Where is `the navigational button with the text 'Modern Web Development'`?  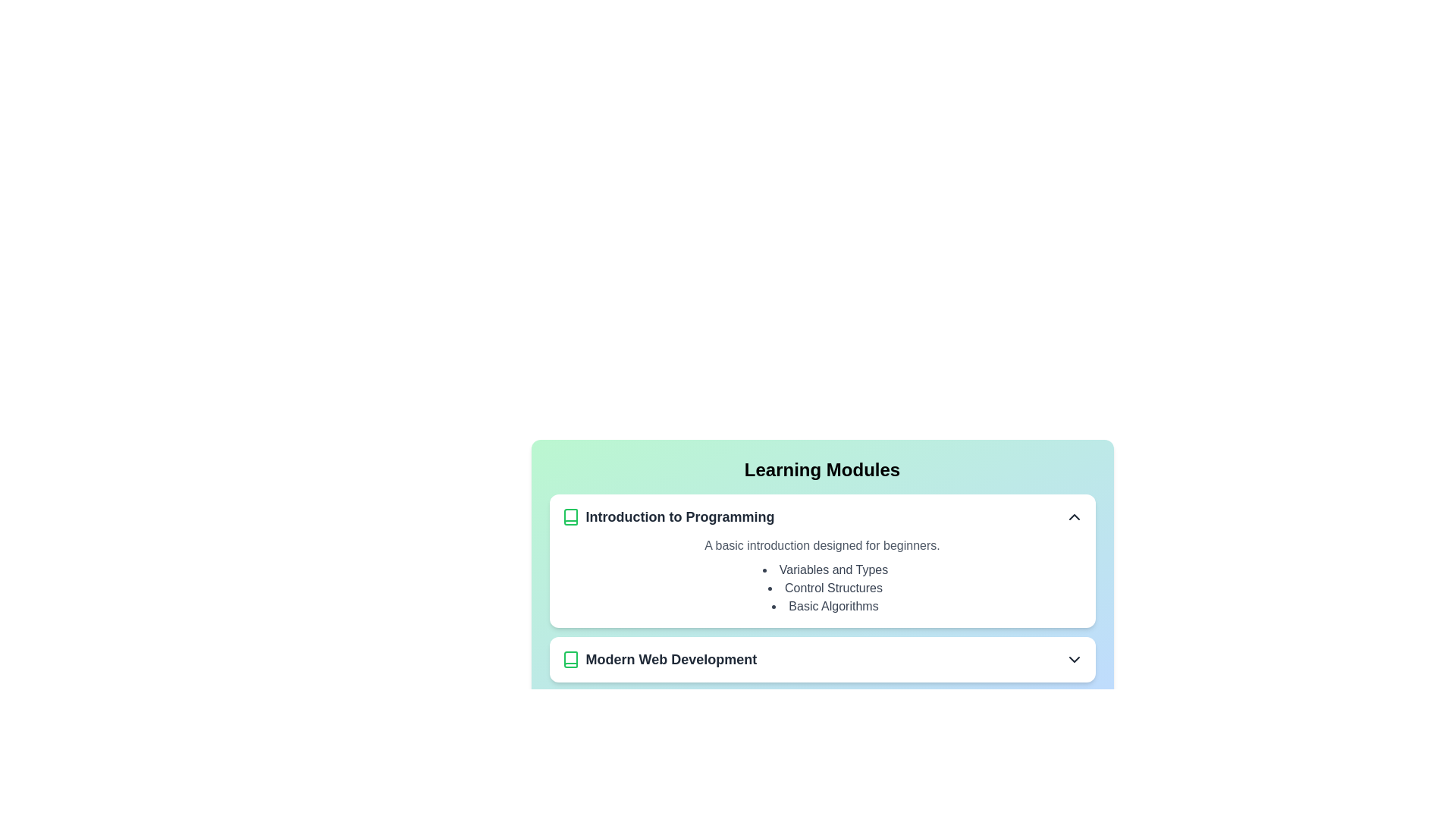 the navigational button with the text 'Modern Web Development' is located at coordinates (659, 659).